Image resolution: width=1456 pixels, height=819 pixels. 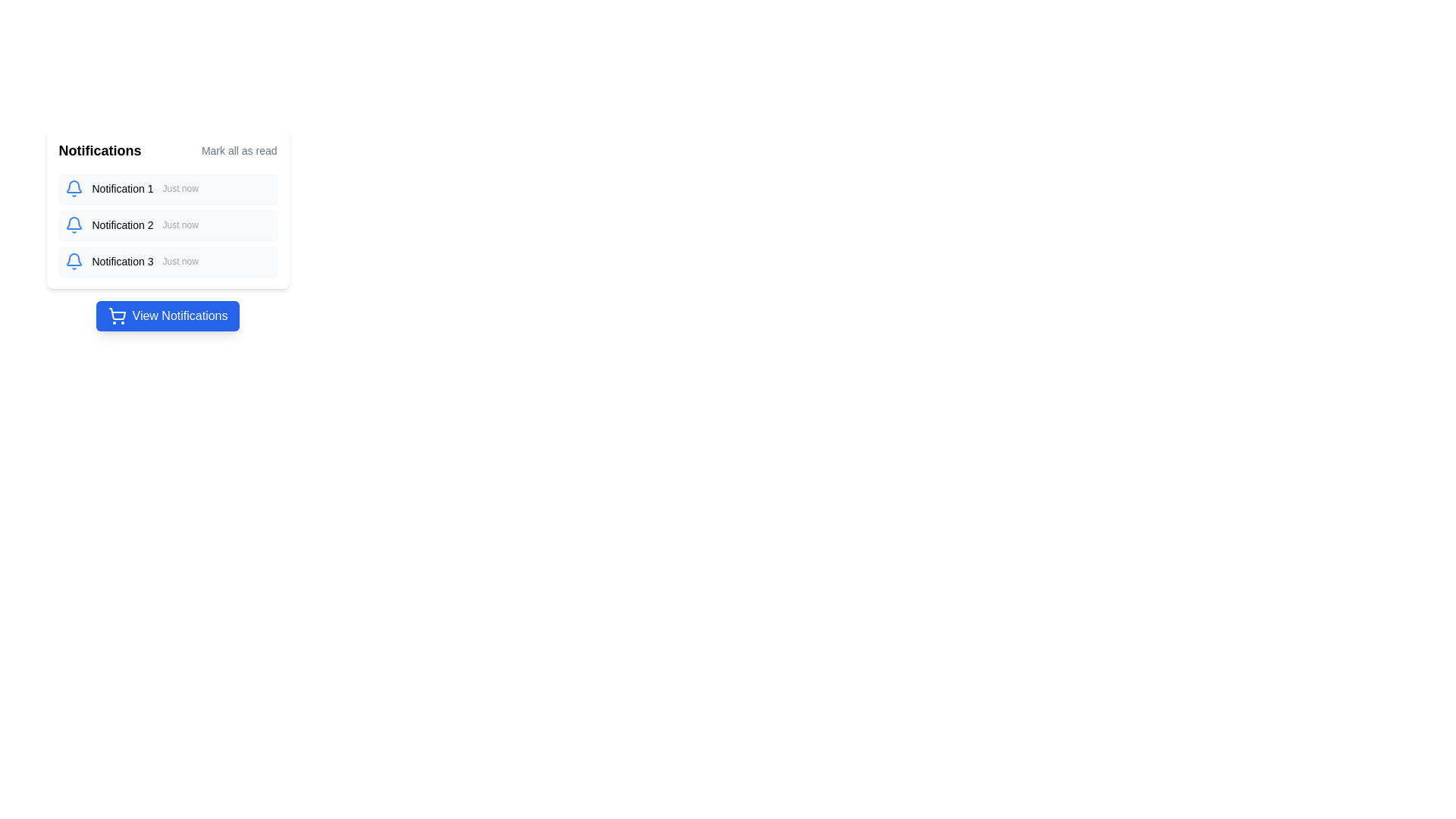 What do you see at coordinates (180, 225) in the screenshot?
I see `the timestamp text label located in the second notification item, positioned to the far right next to the title 'Notification 2'` at bounding box center [180, 225].